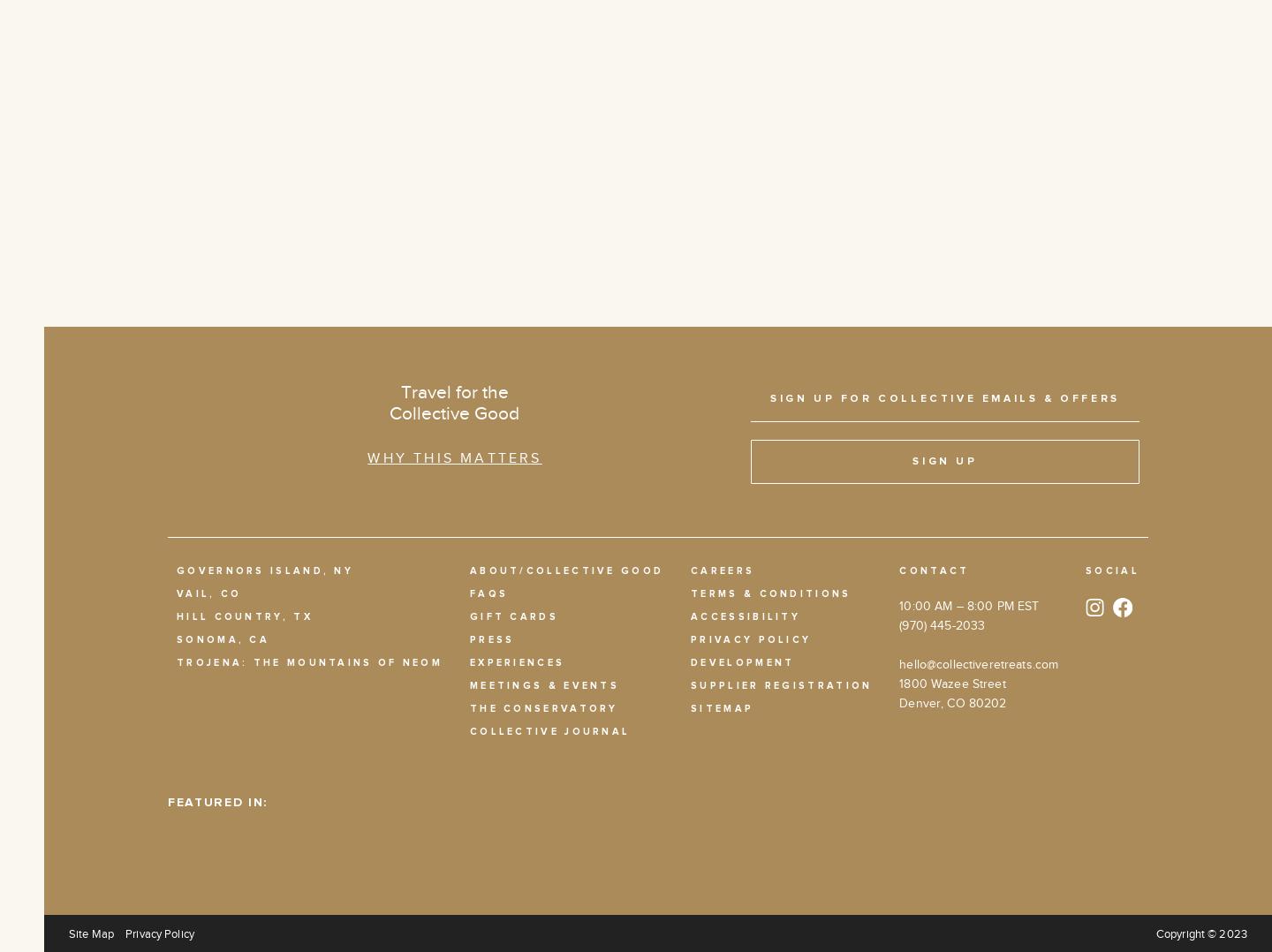  Describe the element at coordinates (452, 392) in the screenshot. I see `'Travel for the'` at that location.